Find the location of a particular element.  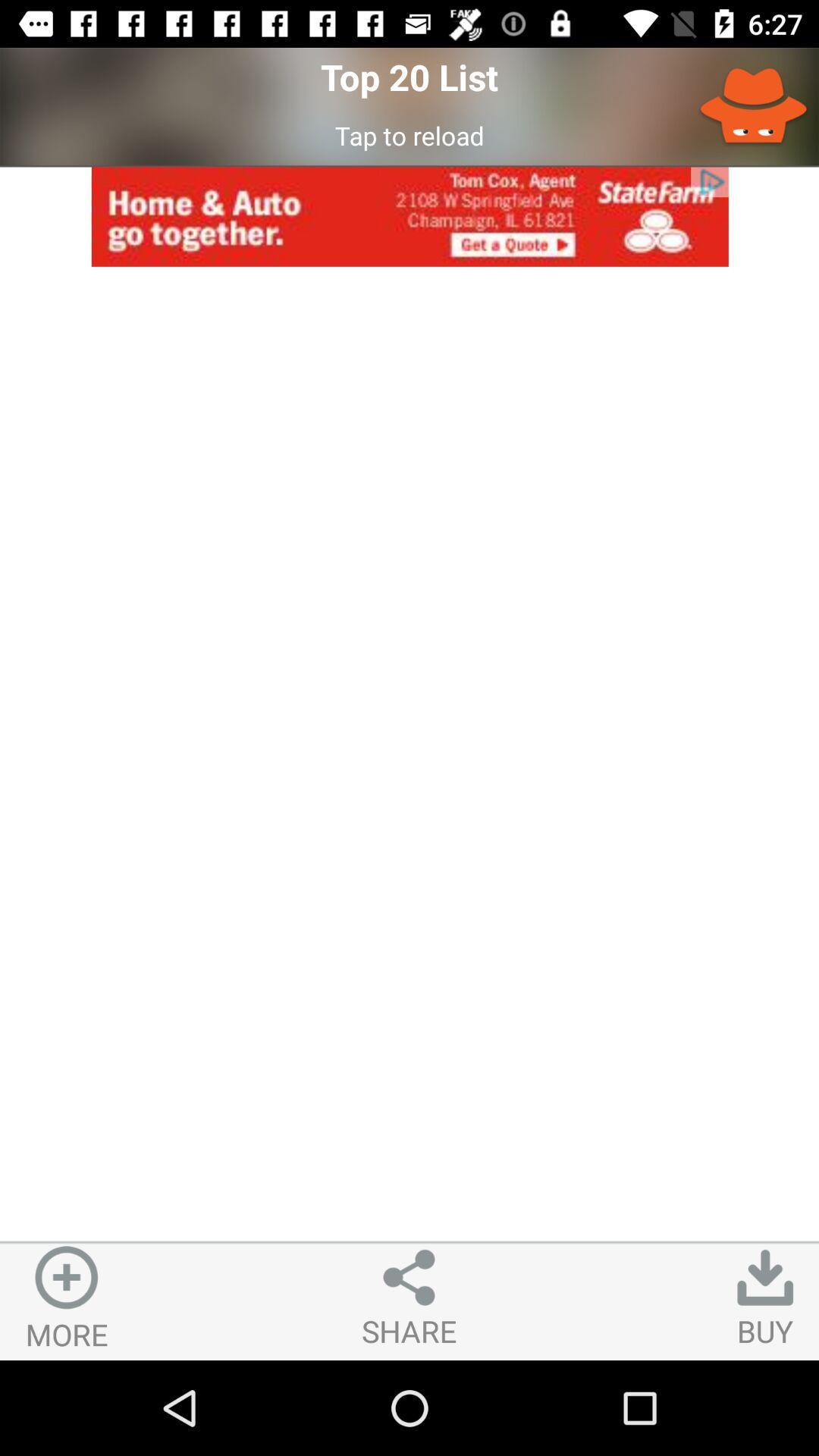

item below the tap to reload icon is located at coordinates (409, 216).